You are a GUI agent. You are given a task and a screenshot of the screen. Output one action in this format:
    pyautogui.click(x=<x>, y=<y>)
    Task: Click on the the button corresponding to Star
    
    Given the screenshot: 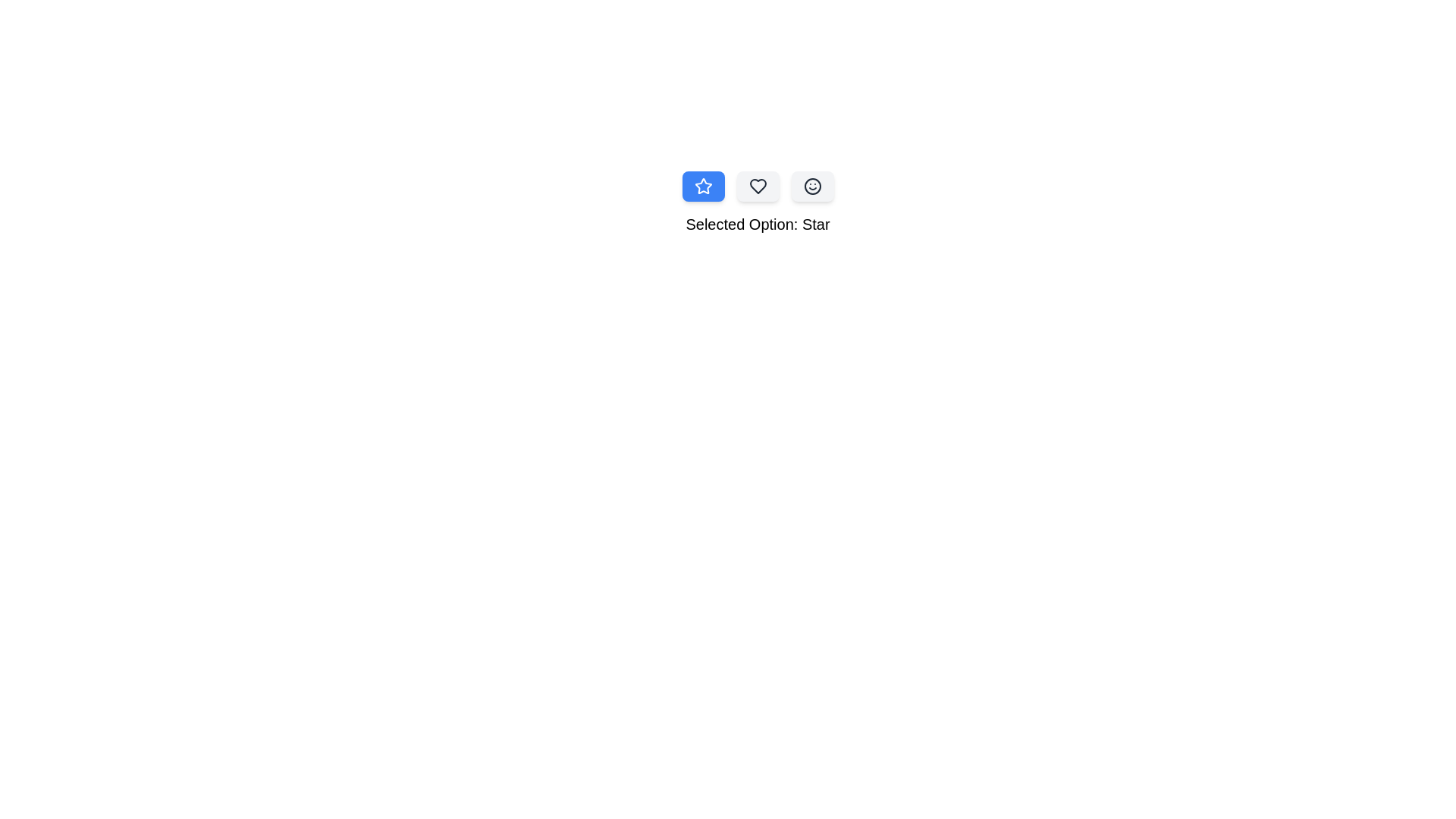 What is the action you would take?
    pyautogui.click(x=702, y=186)
    